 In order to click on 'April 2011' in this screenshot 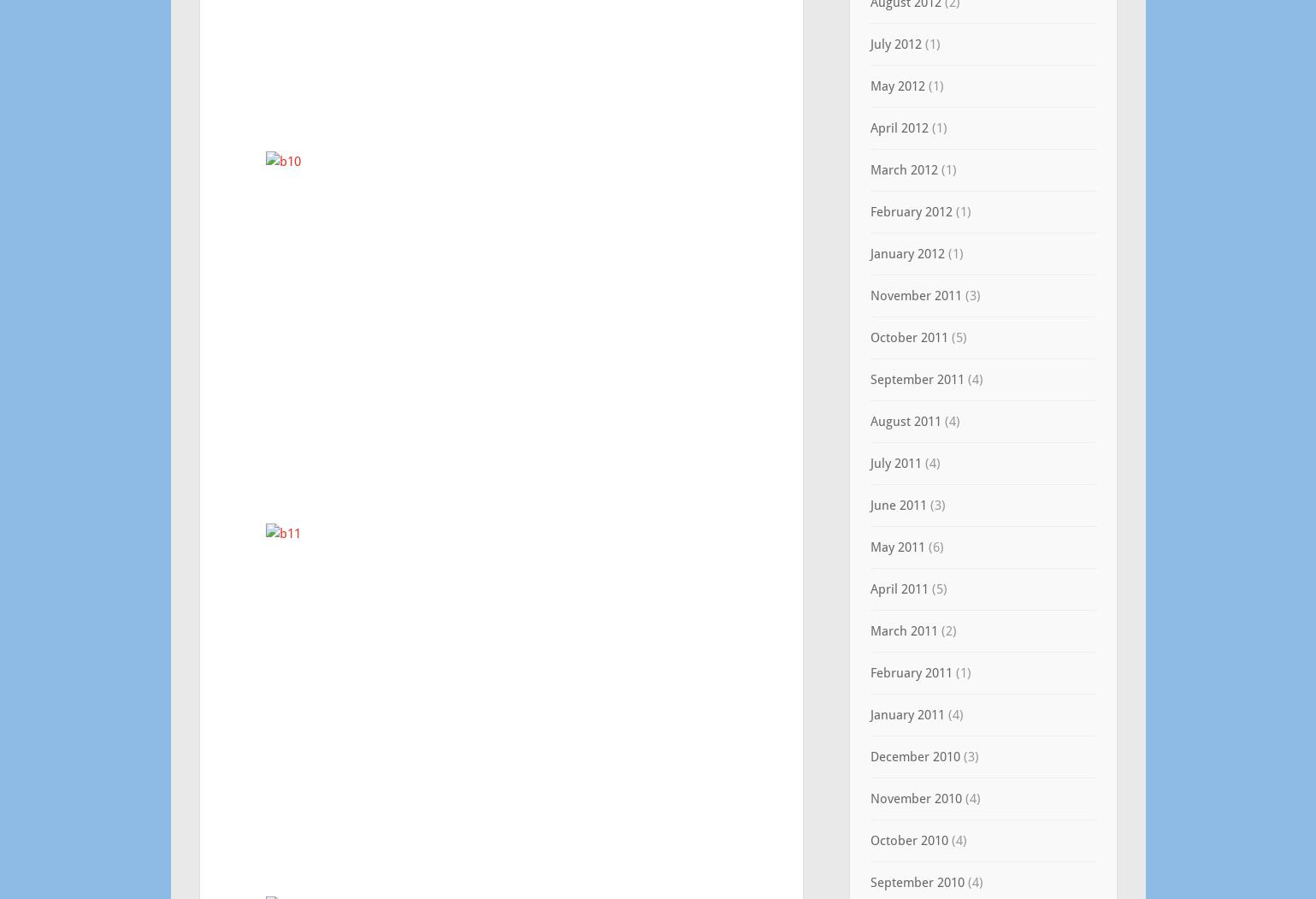, I will do `click(897, 588)`.